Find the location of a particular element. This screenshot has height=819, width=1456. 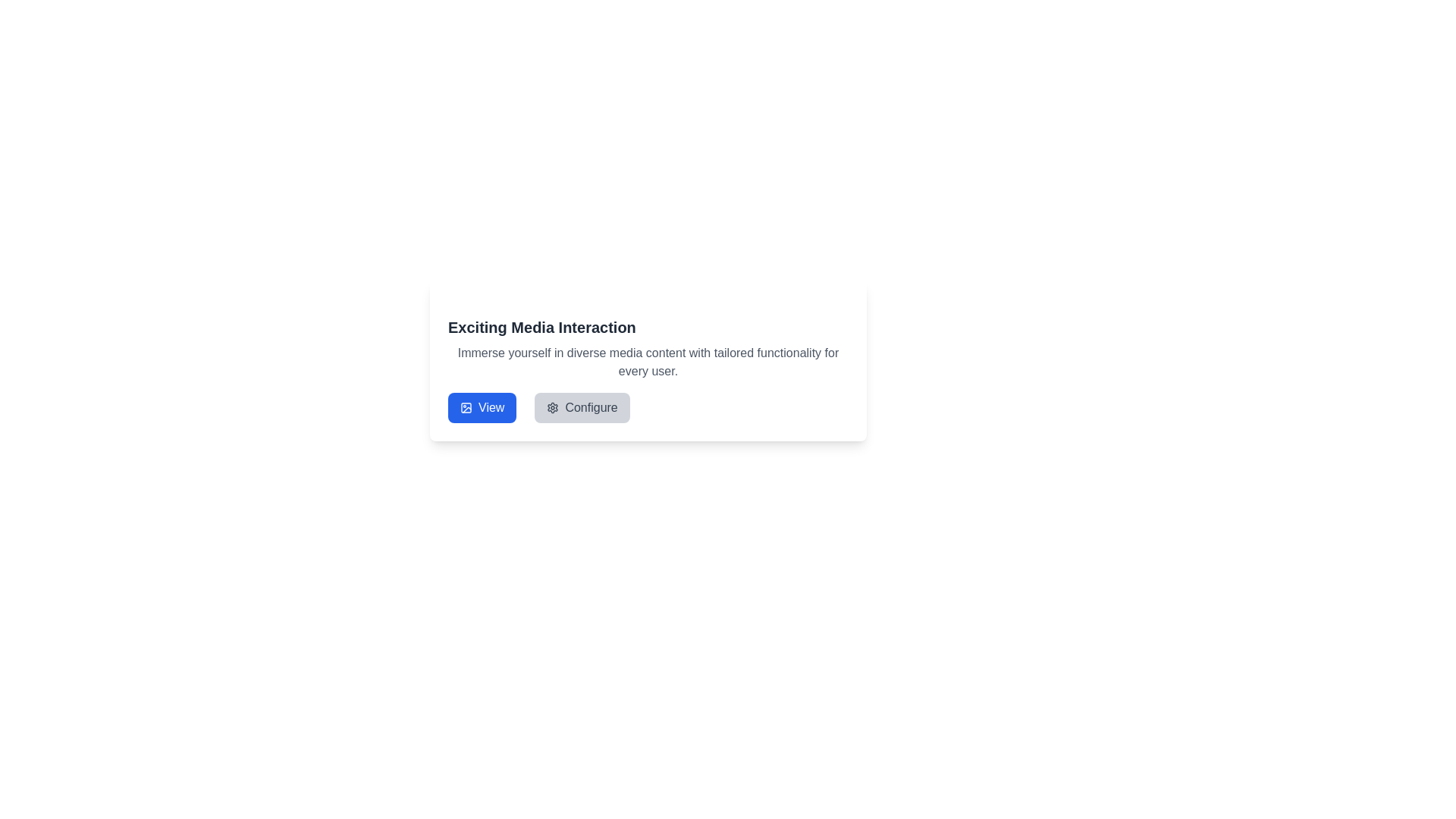

the gear-shaped settings icon, which is gray and located at the bottom right corner of a card-like component is located at coordinates (552, 406).